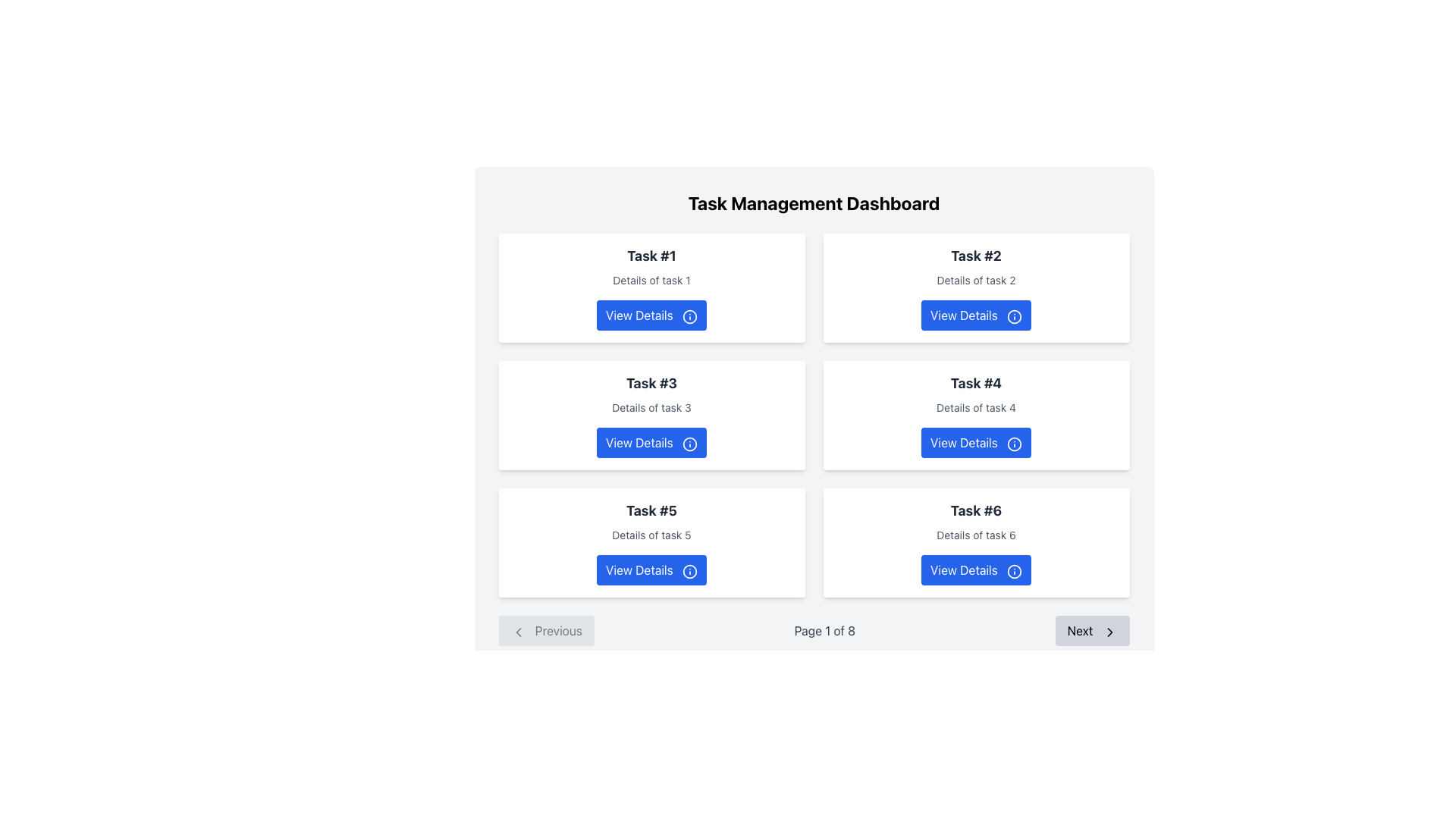 Image resolution: width=1456 pixels, height=819 pixels. I want to click on the text label stating 'Details of task 1', which is styled in light gray and positioned below the title 'Task #1' and above the 'View Details' button, so click(651, 281).